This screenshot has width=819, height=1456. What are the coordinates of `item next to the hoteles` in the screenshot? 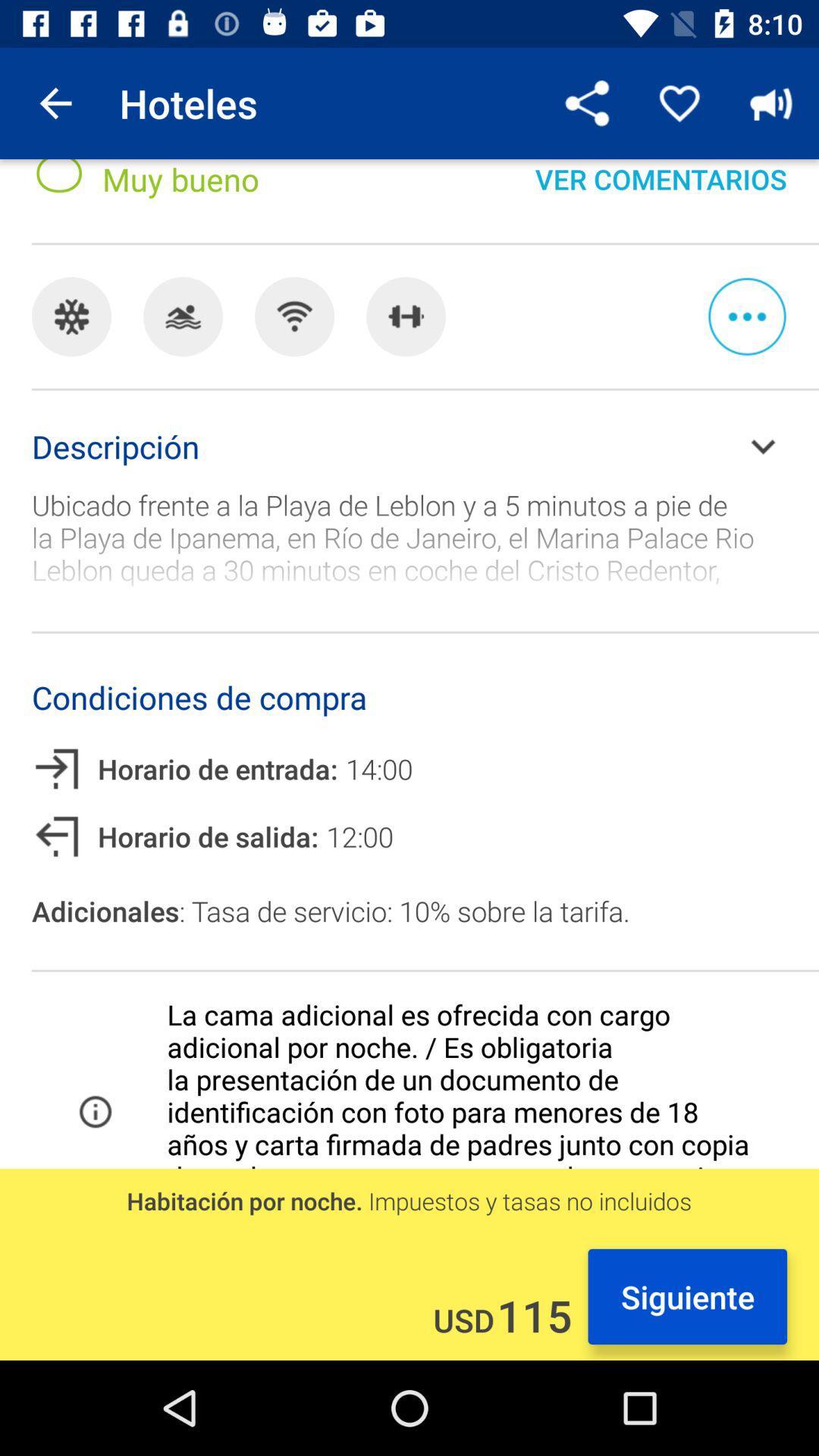 It's located at (55, 102).